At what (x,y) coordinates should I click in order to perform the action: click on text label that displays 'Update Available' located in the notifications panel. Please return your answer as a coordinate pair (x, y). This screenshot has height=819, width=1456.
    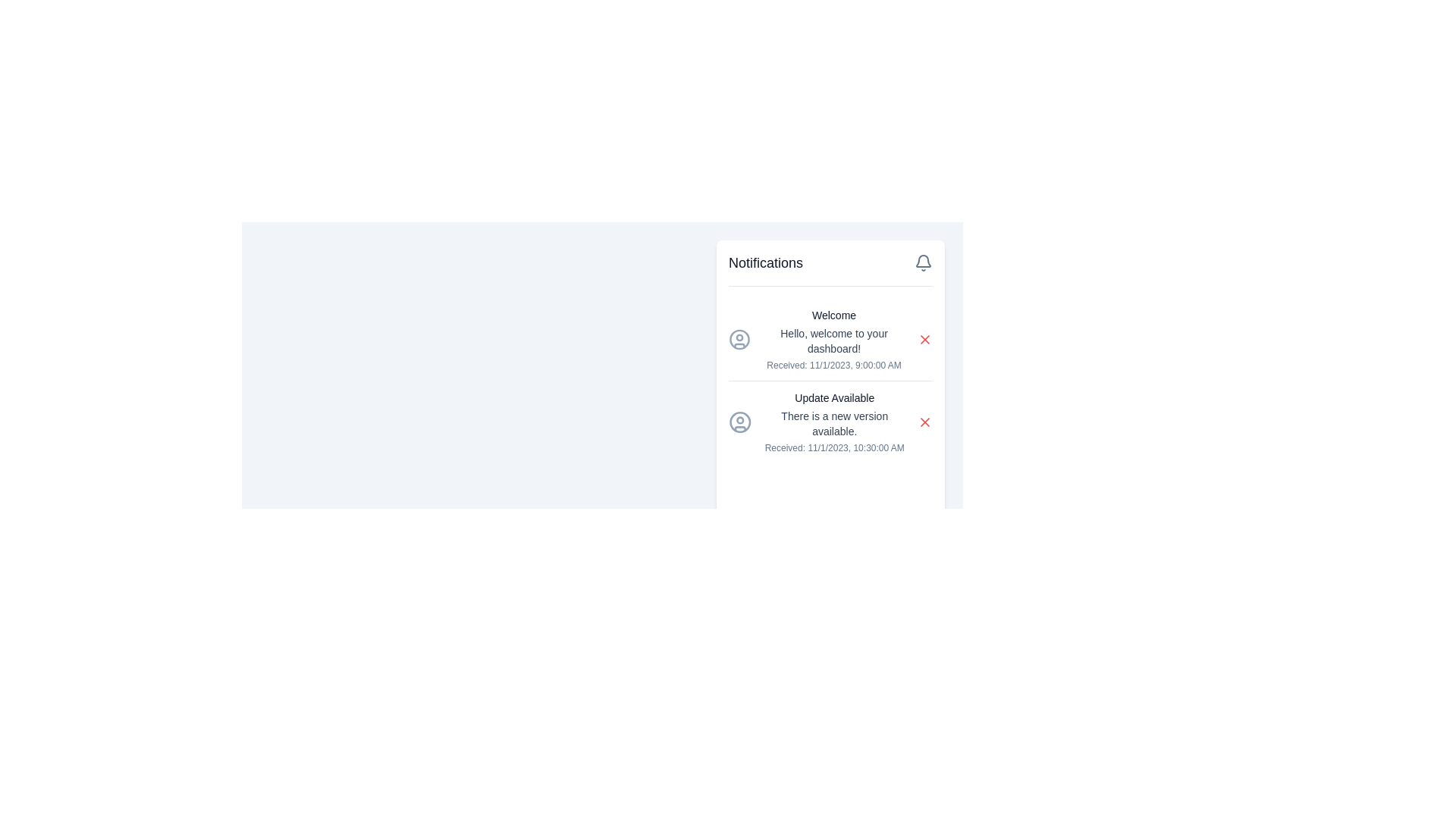
    Looking at the image, I should click on (833, 397).